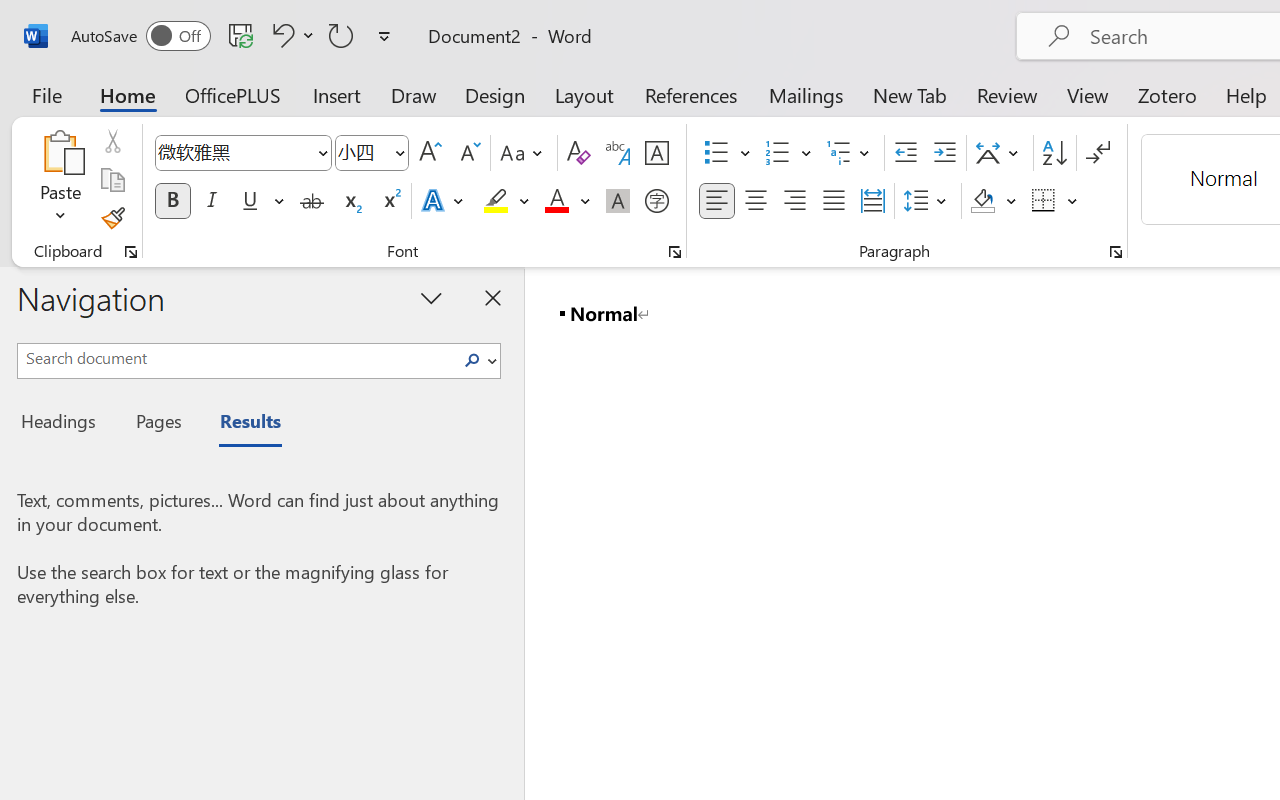 This screenshot has height=800, width=1280. What do you see at coordinates (172, 201) in the screenshot?
I see `'Bold'` at bounding box center [172, 201].